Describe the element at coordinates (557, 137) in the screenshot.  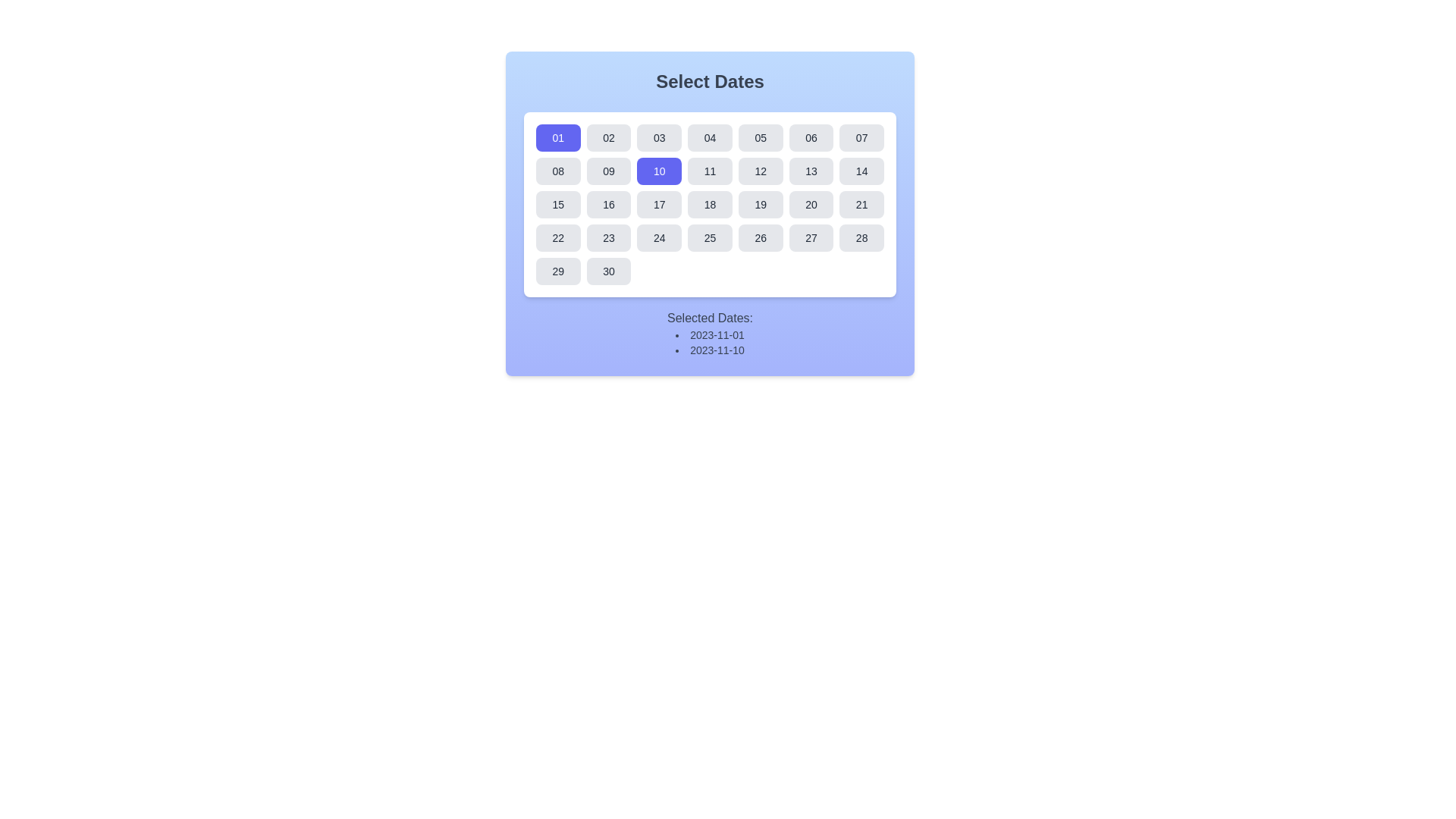
I see `the first button in the first row of the date selection grid, which selects the date value '01'` at that location.